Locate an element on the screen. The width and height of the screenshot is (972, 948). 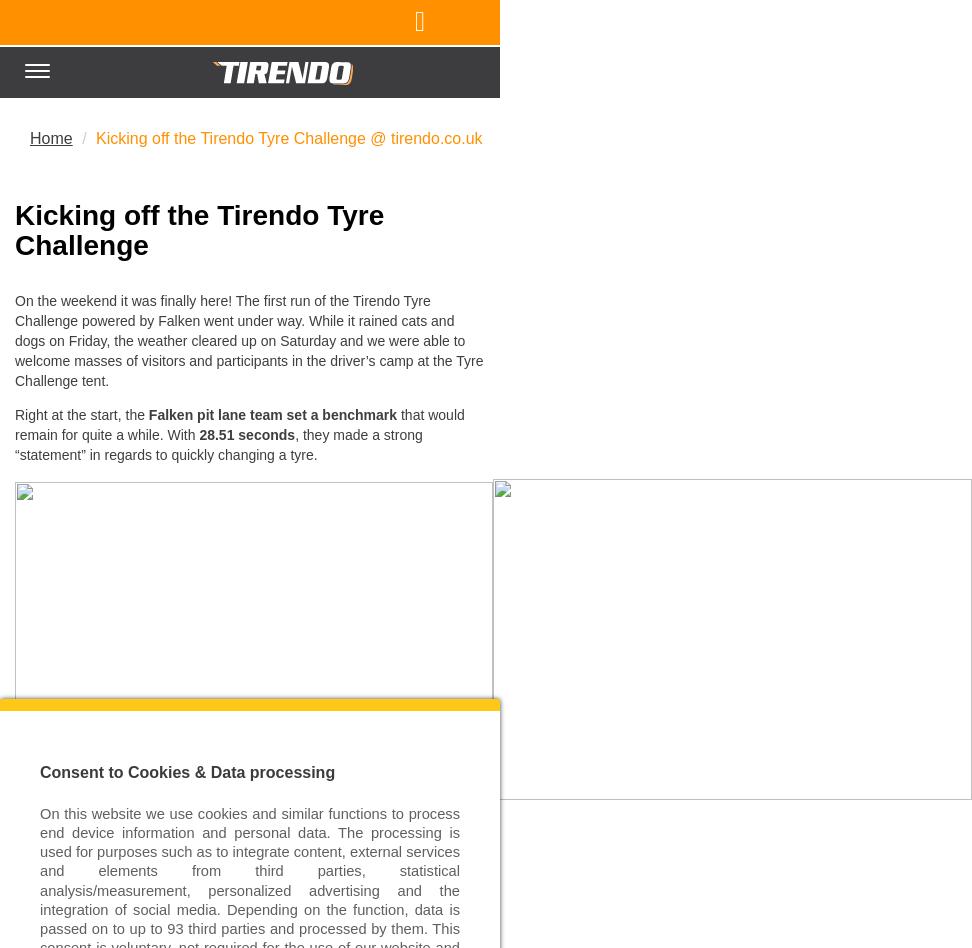
'Kicking off the Tirendo Tyre Challenge @ tirendo.co.uk' is located at coordinates (95, 137).